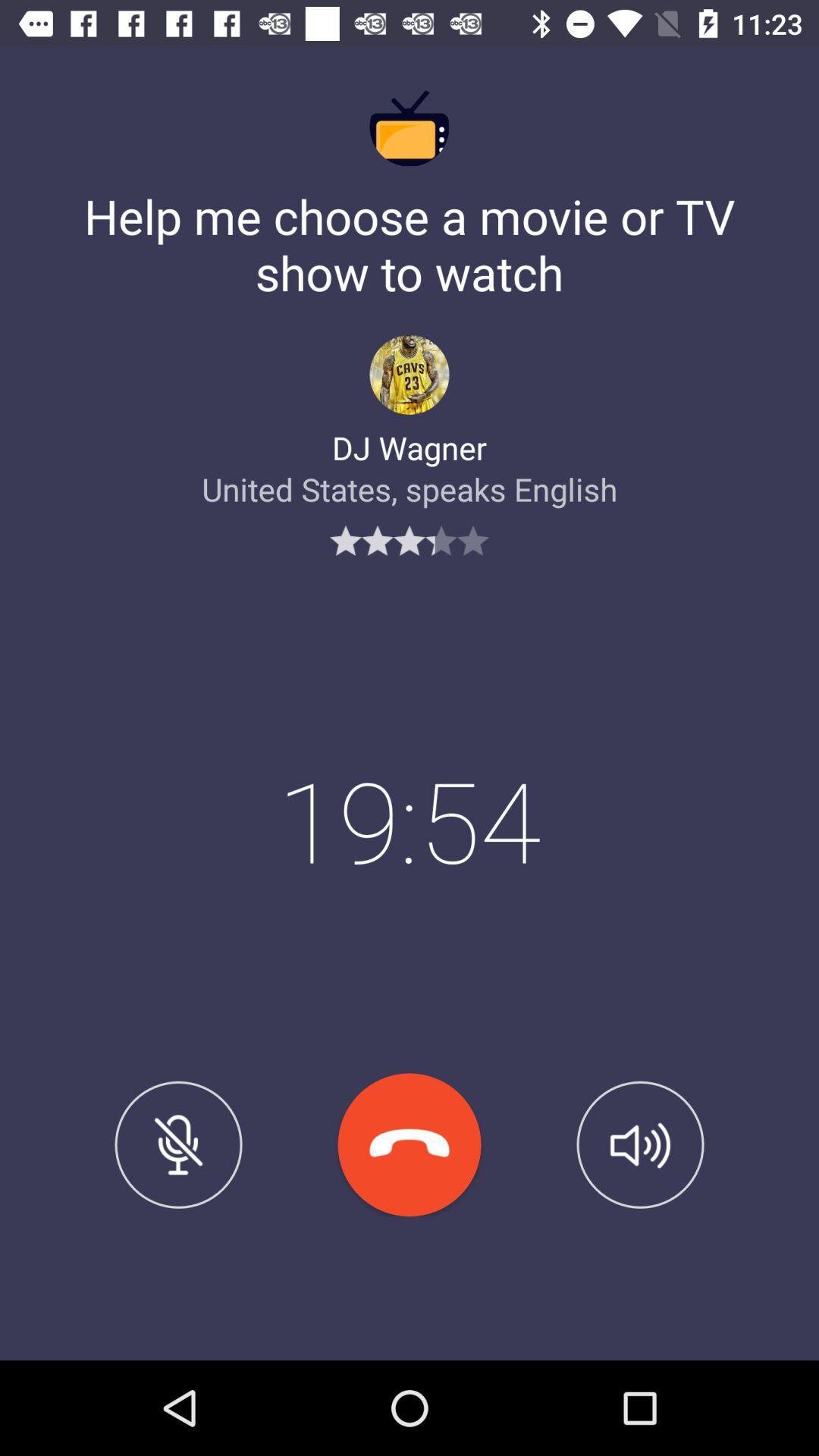 The width and height of the screenshot is (819, 1456). Describe the element at coordinates (640, 1144) in the screenshot. I see `sound` at that location.